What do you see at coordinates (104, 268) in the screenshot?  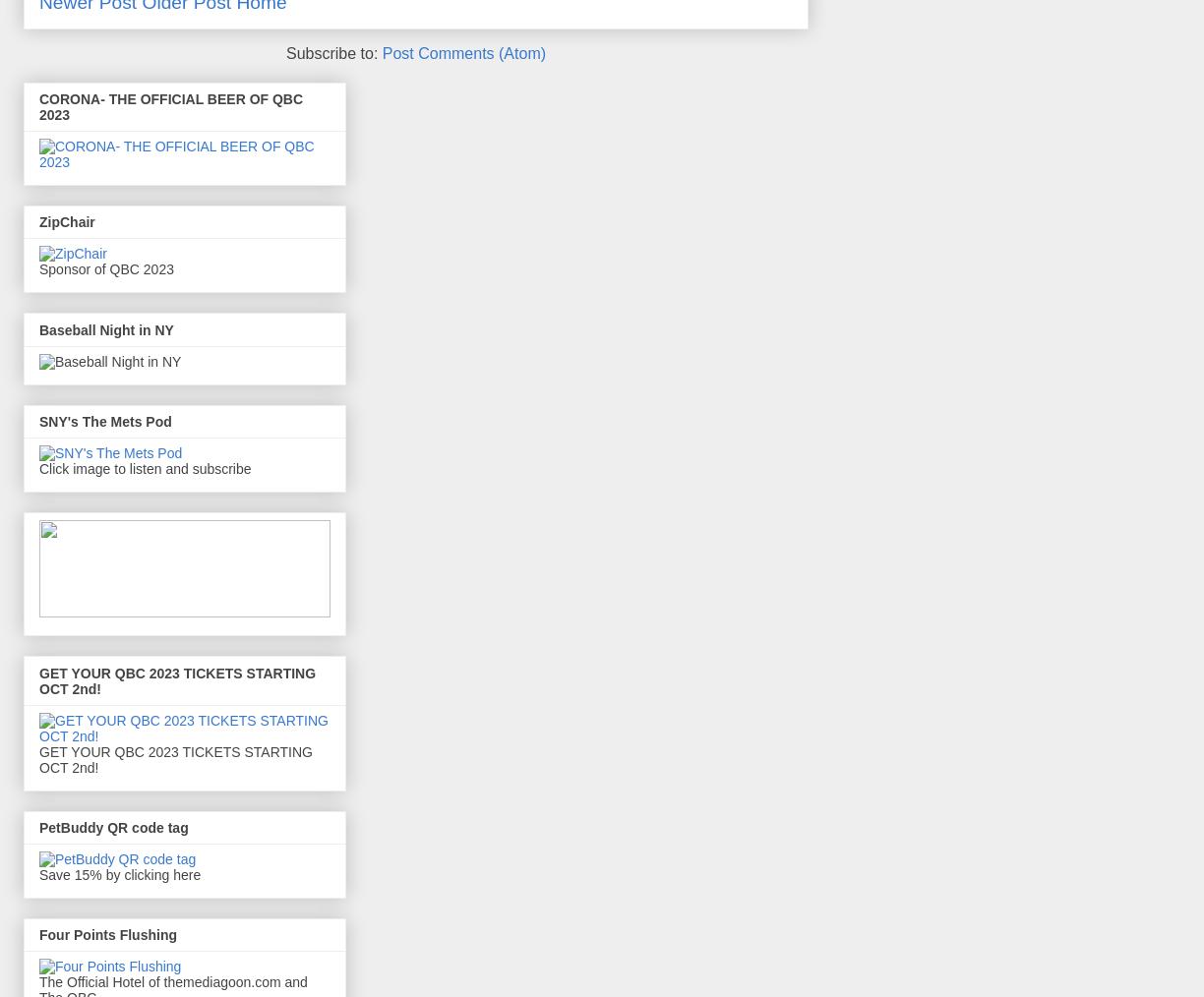 I see `'Sponsor of QBC 2023'` at bounding box center [104, 268].